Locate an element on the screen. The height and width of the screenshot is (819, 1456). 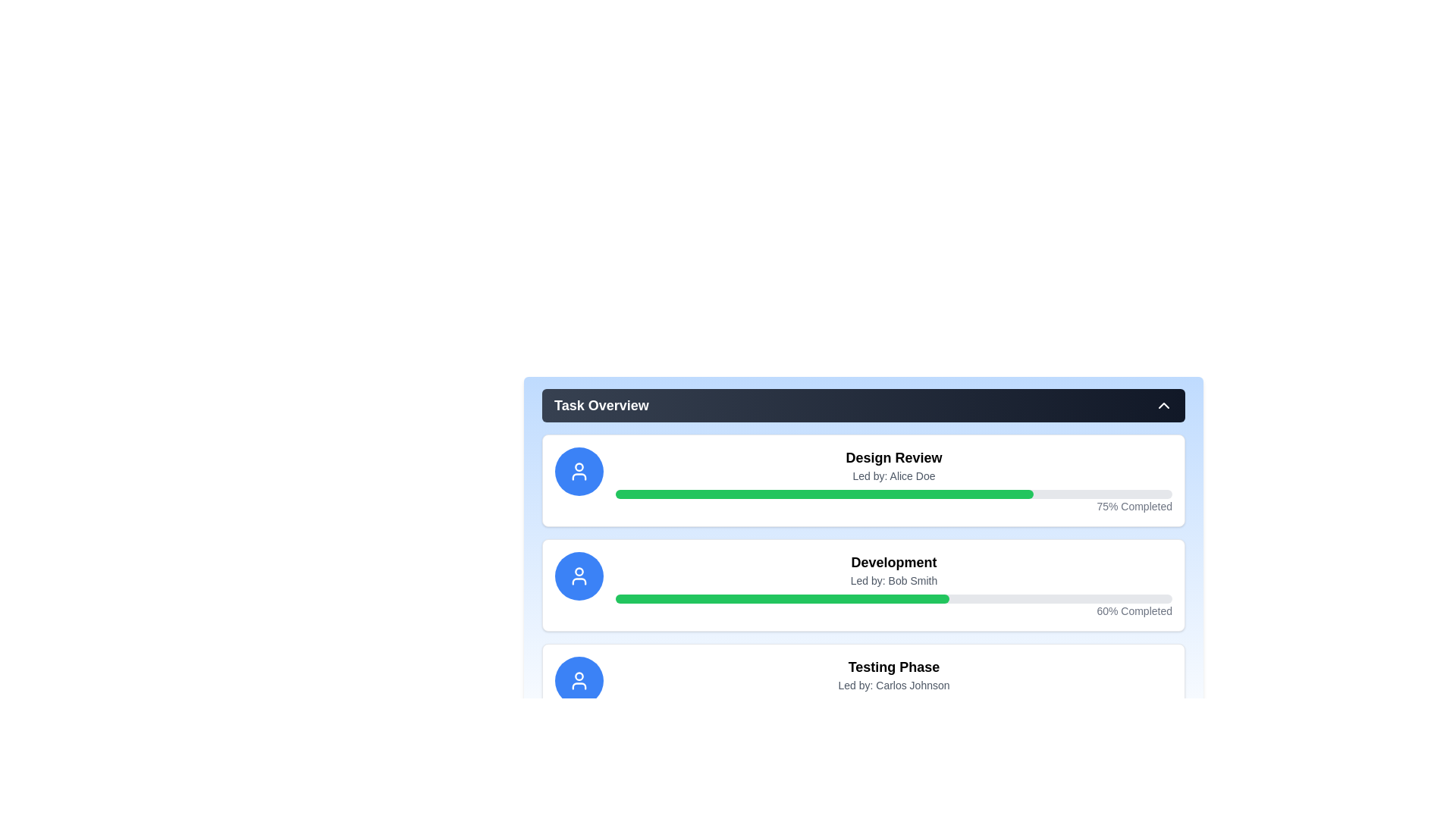
the progress bar representing 75% completion for the task labeled 'Design Review' is located at coordinates (824, 494).